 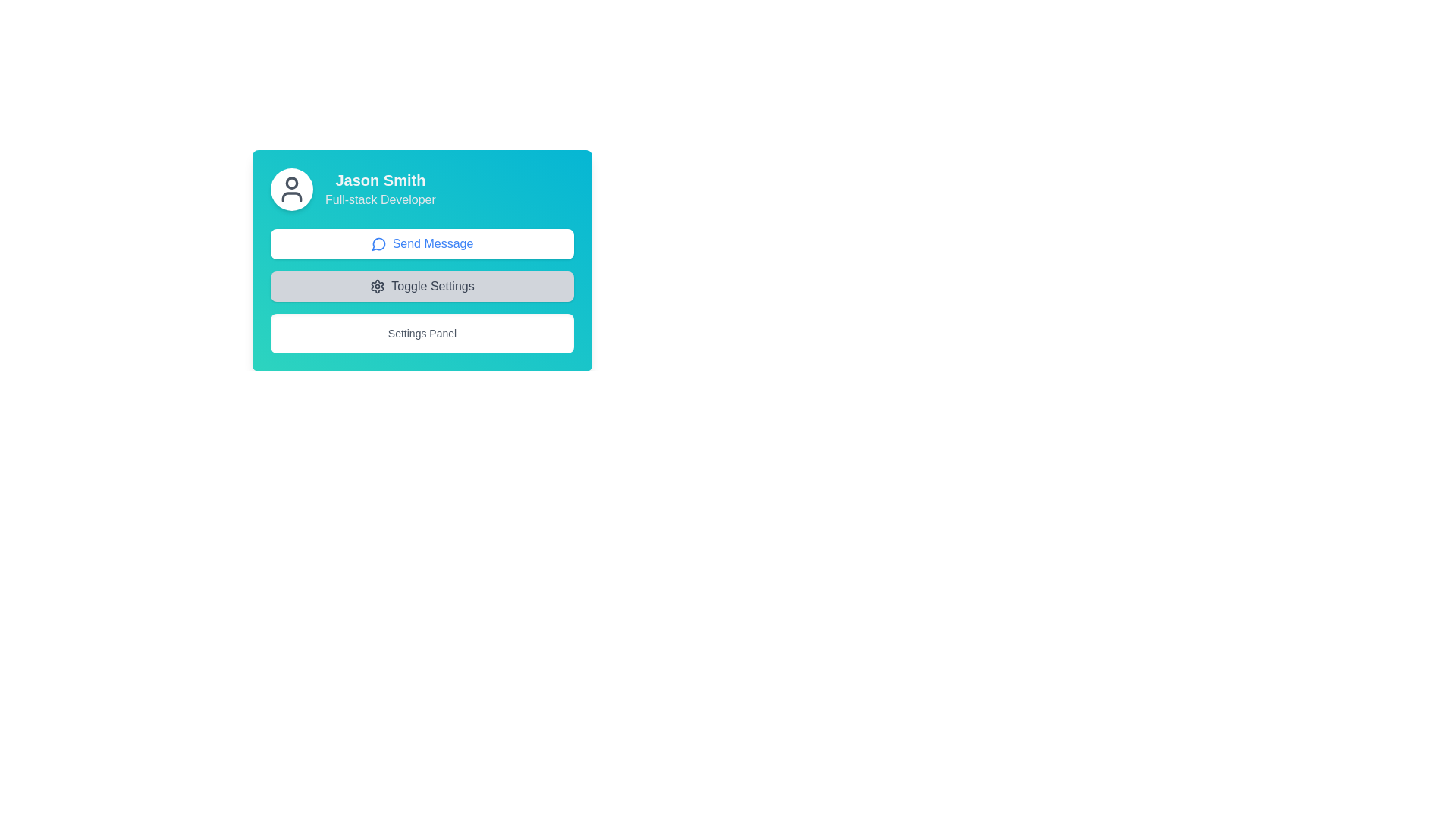 What do you see at coordinates (510, 250) in the screenshot?
I see `within the Information Panel, which contains the text 'Jason Smith' and sections labeled 'Send Message', 'Toggle Settings', and 'Settings Panel', to interact with its inner components` at bounding box center [510, 250].